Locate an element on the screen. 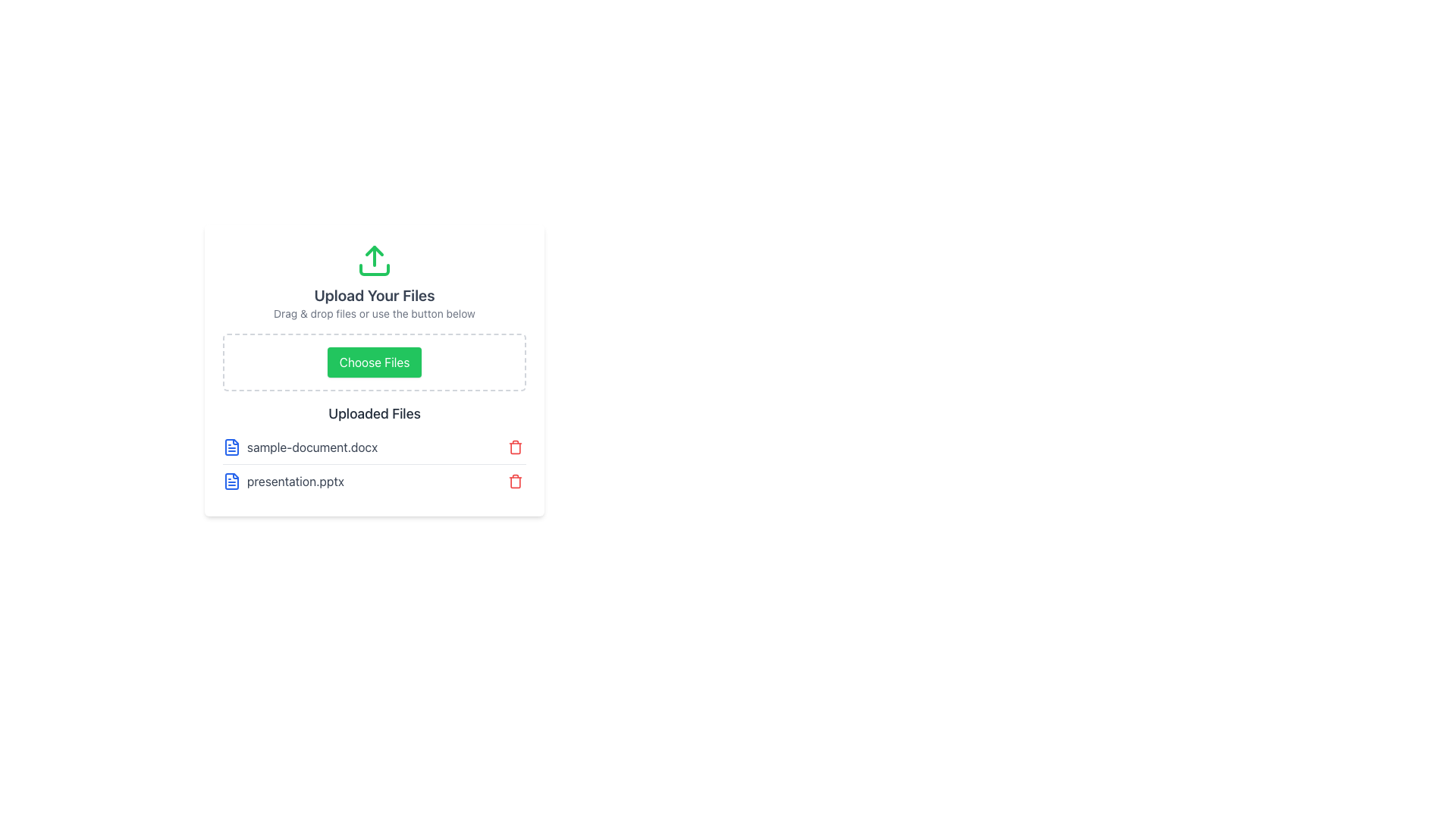  the button located in the 'Upload Your Files' section is located at coordinates (375, 362).